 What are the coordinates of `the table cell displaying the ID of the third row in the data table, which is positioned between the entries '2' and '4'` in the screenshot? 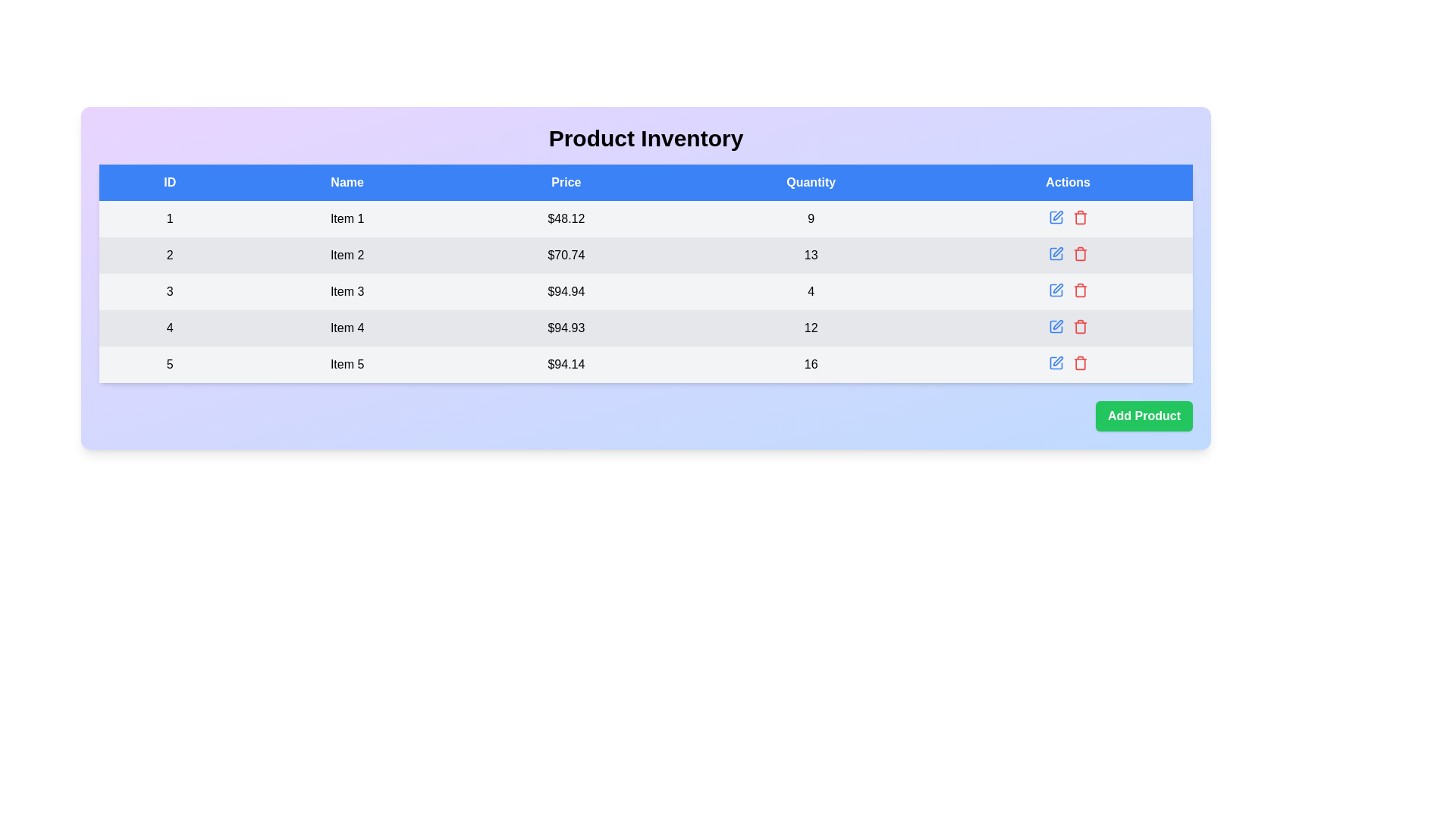 It's located at (170, 292).